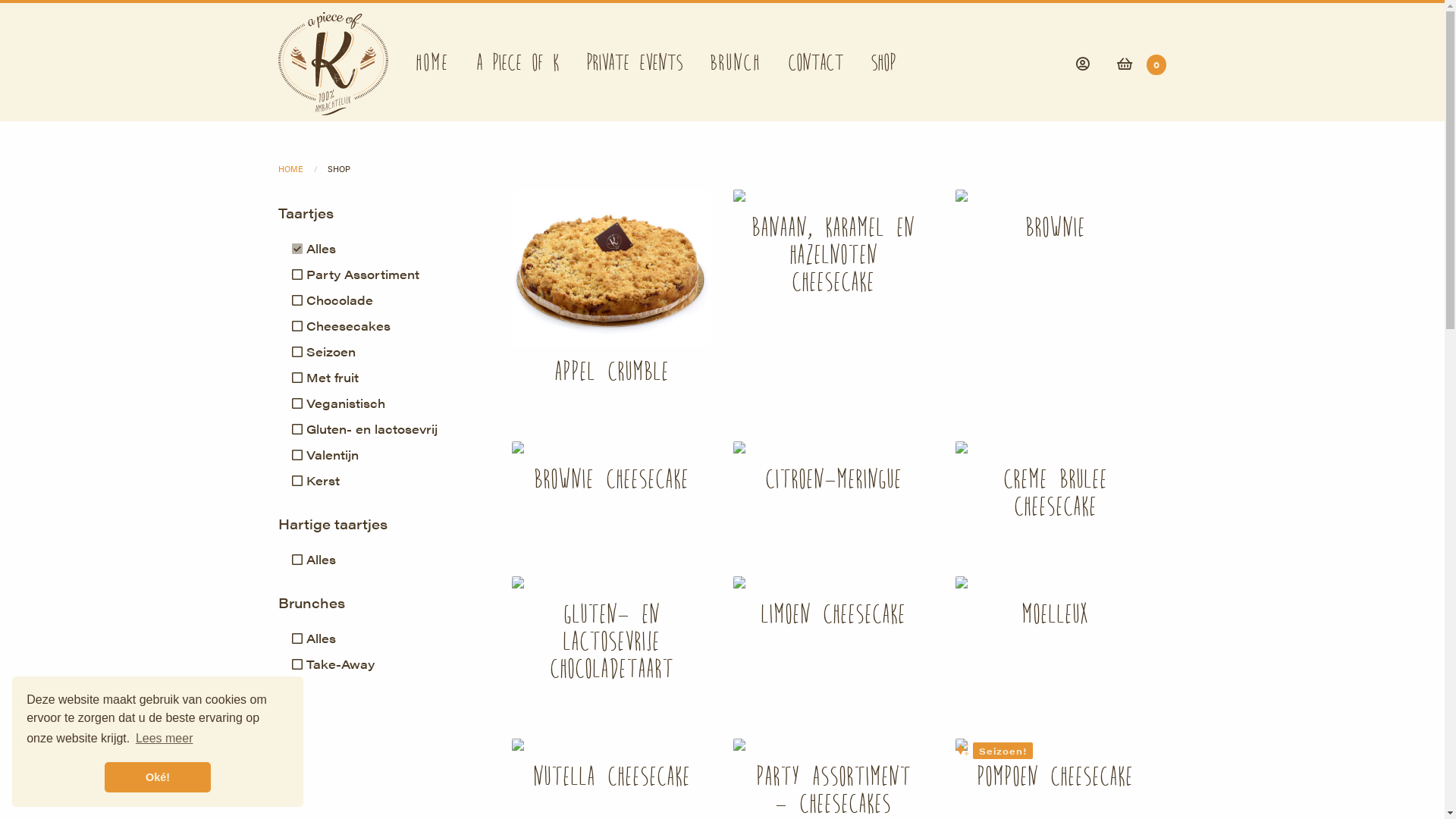 Image resolution: width=1456 pixels, height=819 pixels. What do you see at coordinates (611, 772) in the screenshot?
I see `'Nutella Cheesecake'` at bounding box center [611, 772].